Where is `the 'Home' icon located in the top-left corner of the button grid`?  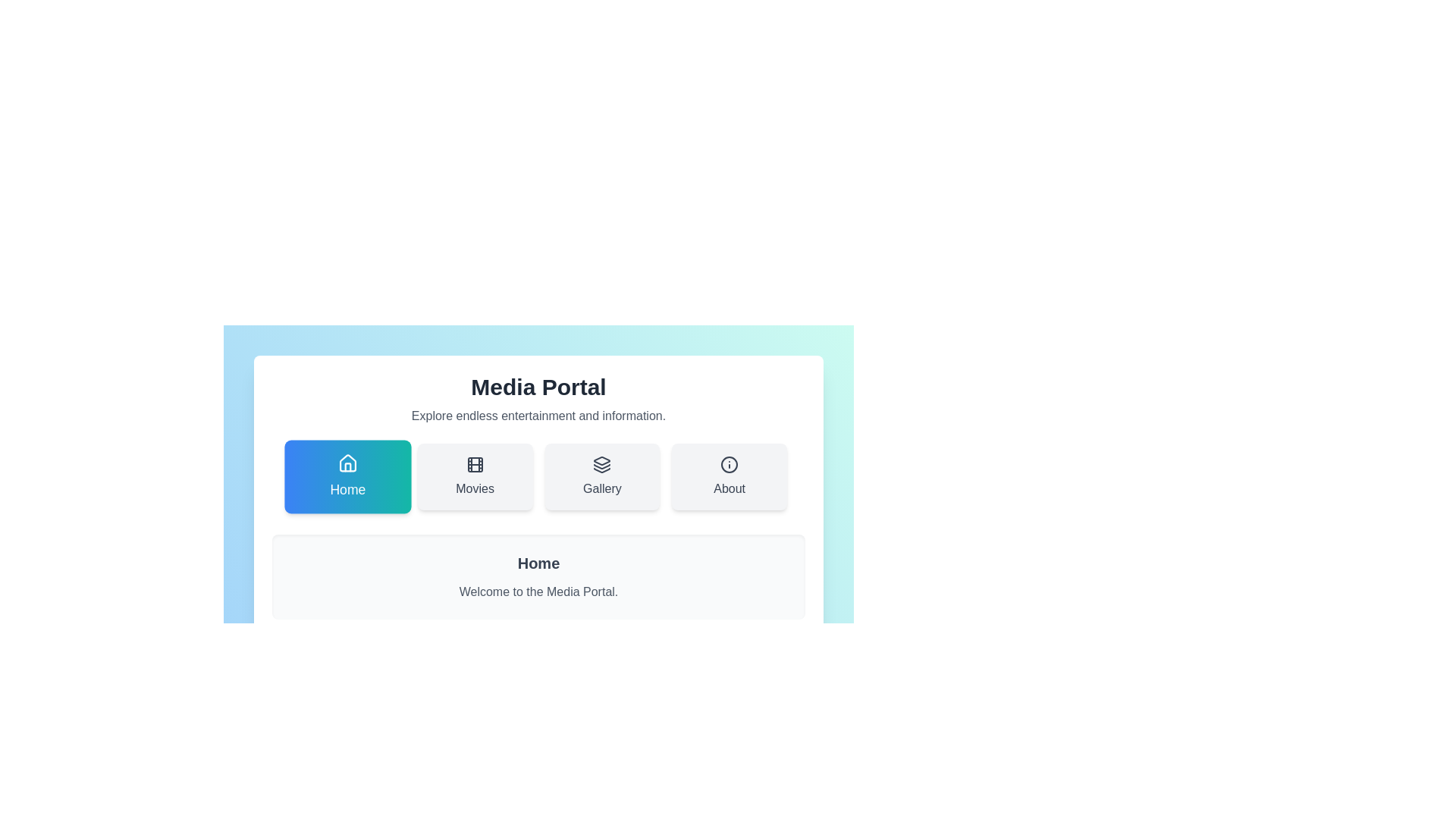 the 'Home' icon located in the top-left corner of the button grid is located at coordinates (347, 463).